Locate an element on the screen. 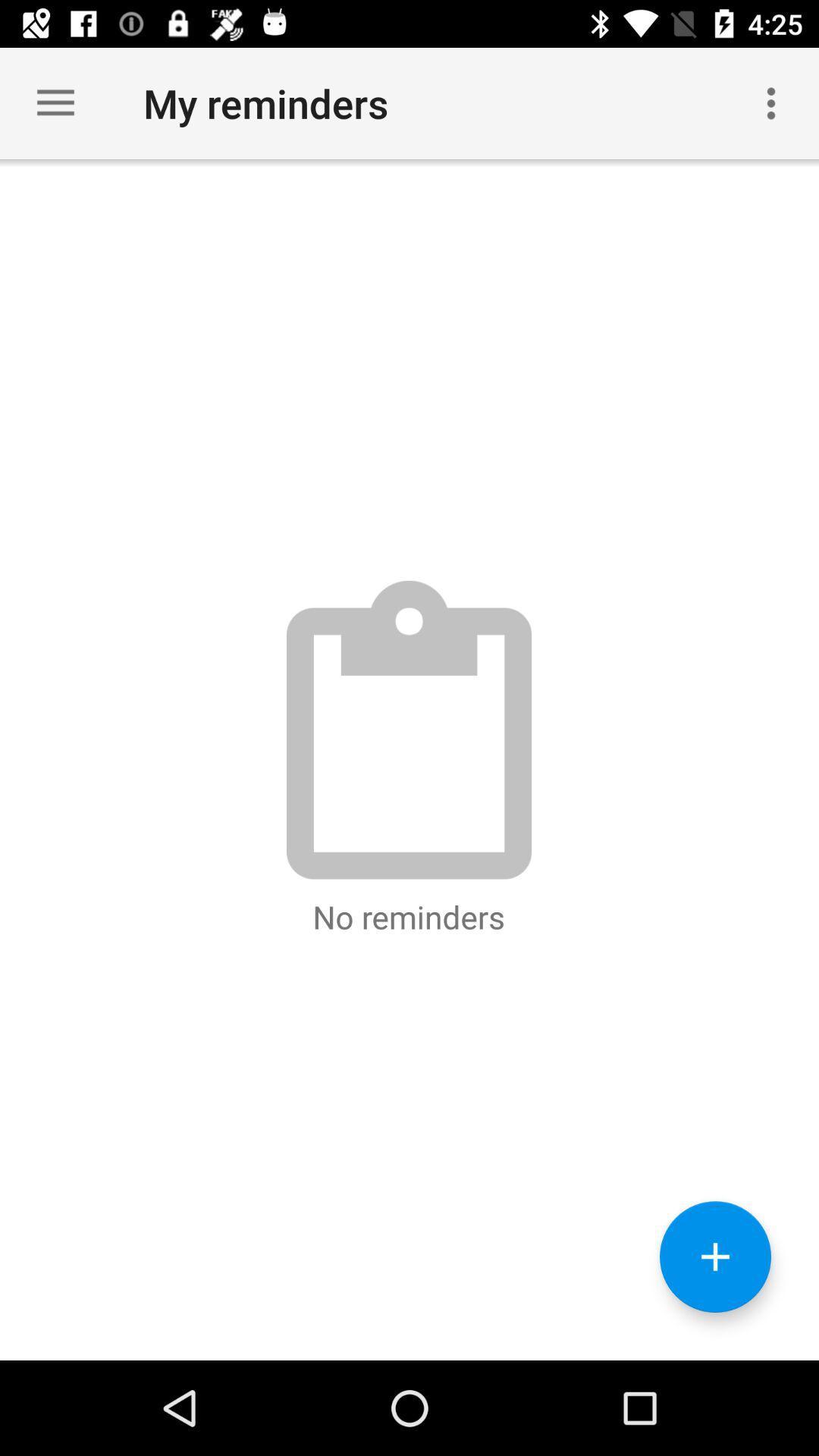 Image resolution: width=819 pixels, height=1456 pixels. the add icon is located at coordinates (715, 1257).